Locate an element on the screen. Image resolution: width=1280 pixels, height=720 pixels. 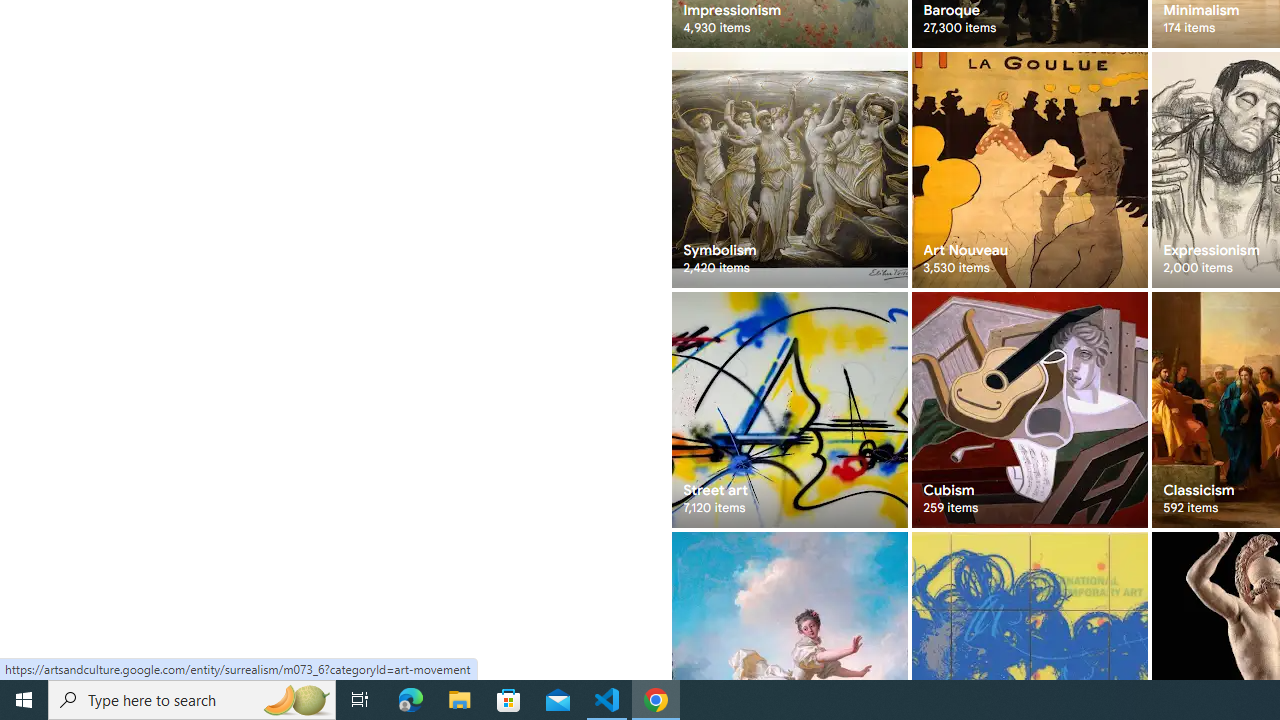
'Symbolism 2,420 items' is located at coordinates (788, 168).